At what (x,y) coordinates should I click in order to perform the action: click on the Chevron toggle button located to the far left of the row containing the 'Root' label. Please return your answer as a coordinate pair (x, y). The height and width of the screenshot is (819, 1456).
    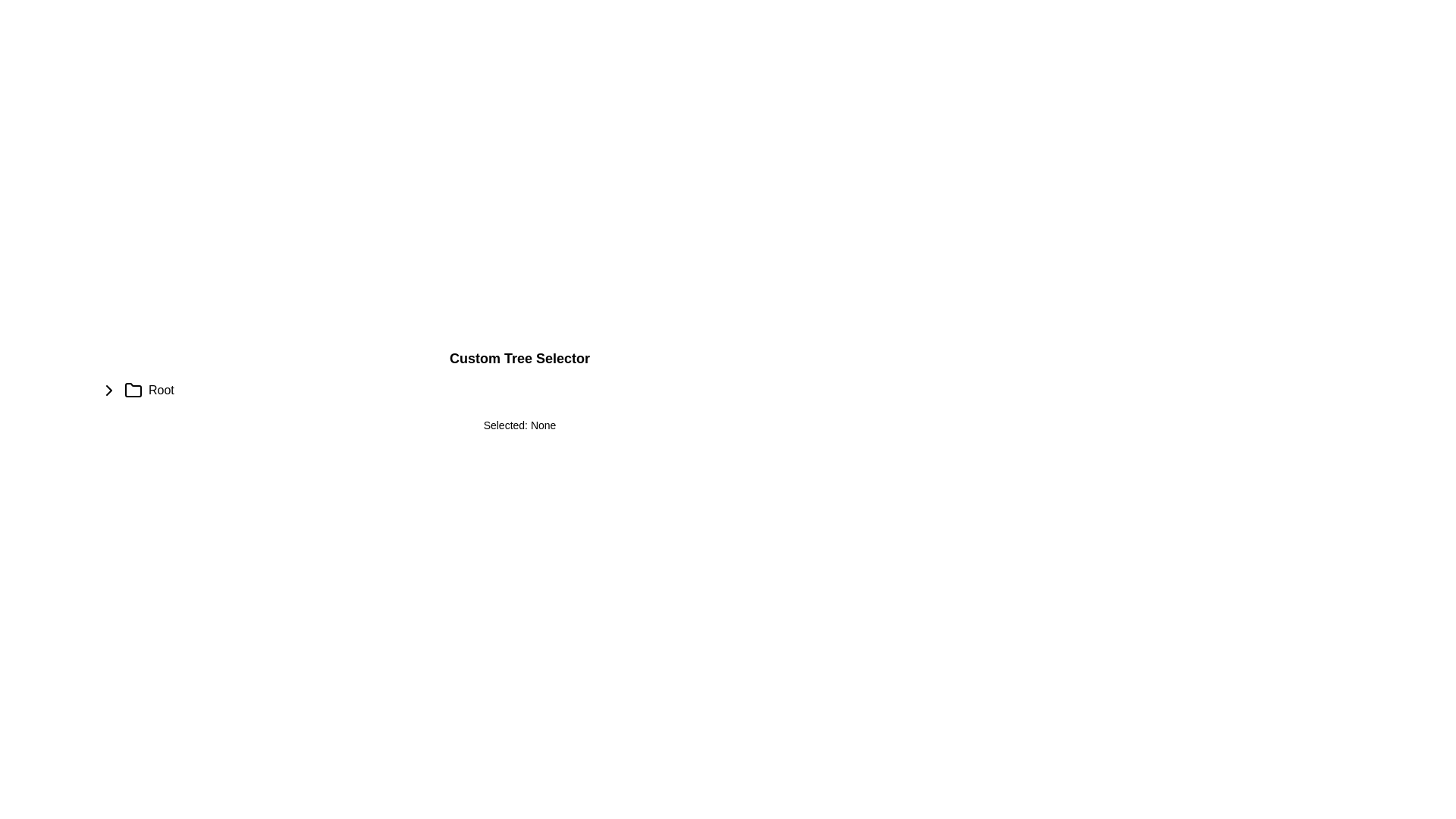
    Looking at the image, I should click on (108, 390).